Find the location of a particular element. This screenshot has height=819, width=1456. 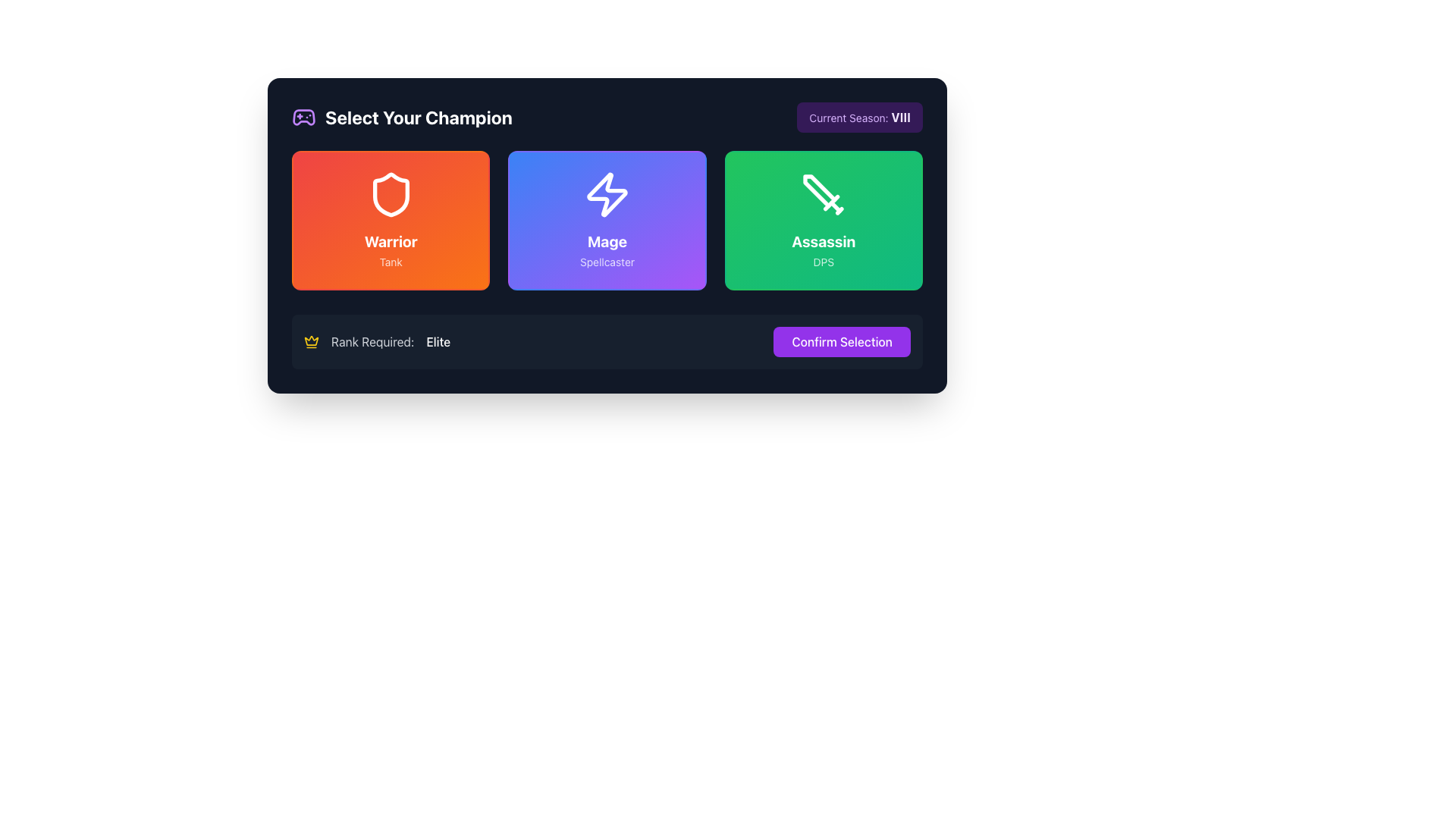

the sword icon located near the top-left corner of the green box labeled 'Assassin' is located at coordinates (819, 190).